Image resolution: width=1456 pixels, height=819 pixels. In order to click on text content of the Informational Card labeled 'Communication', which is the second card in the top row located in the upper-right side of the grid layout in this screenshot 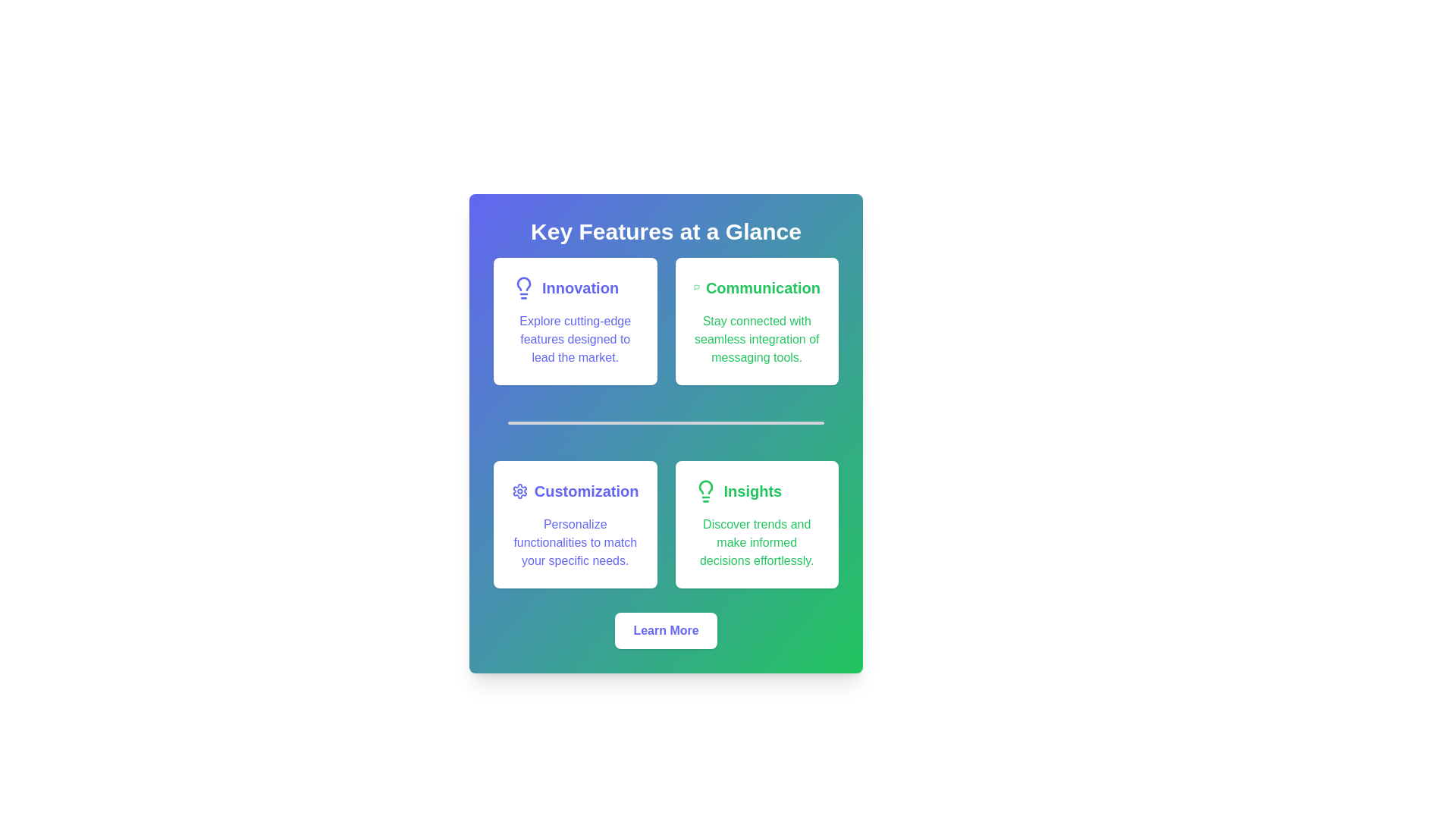, I will do `click(757, 321)`.